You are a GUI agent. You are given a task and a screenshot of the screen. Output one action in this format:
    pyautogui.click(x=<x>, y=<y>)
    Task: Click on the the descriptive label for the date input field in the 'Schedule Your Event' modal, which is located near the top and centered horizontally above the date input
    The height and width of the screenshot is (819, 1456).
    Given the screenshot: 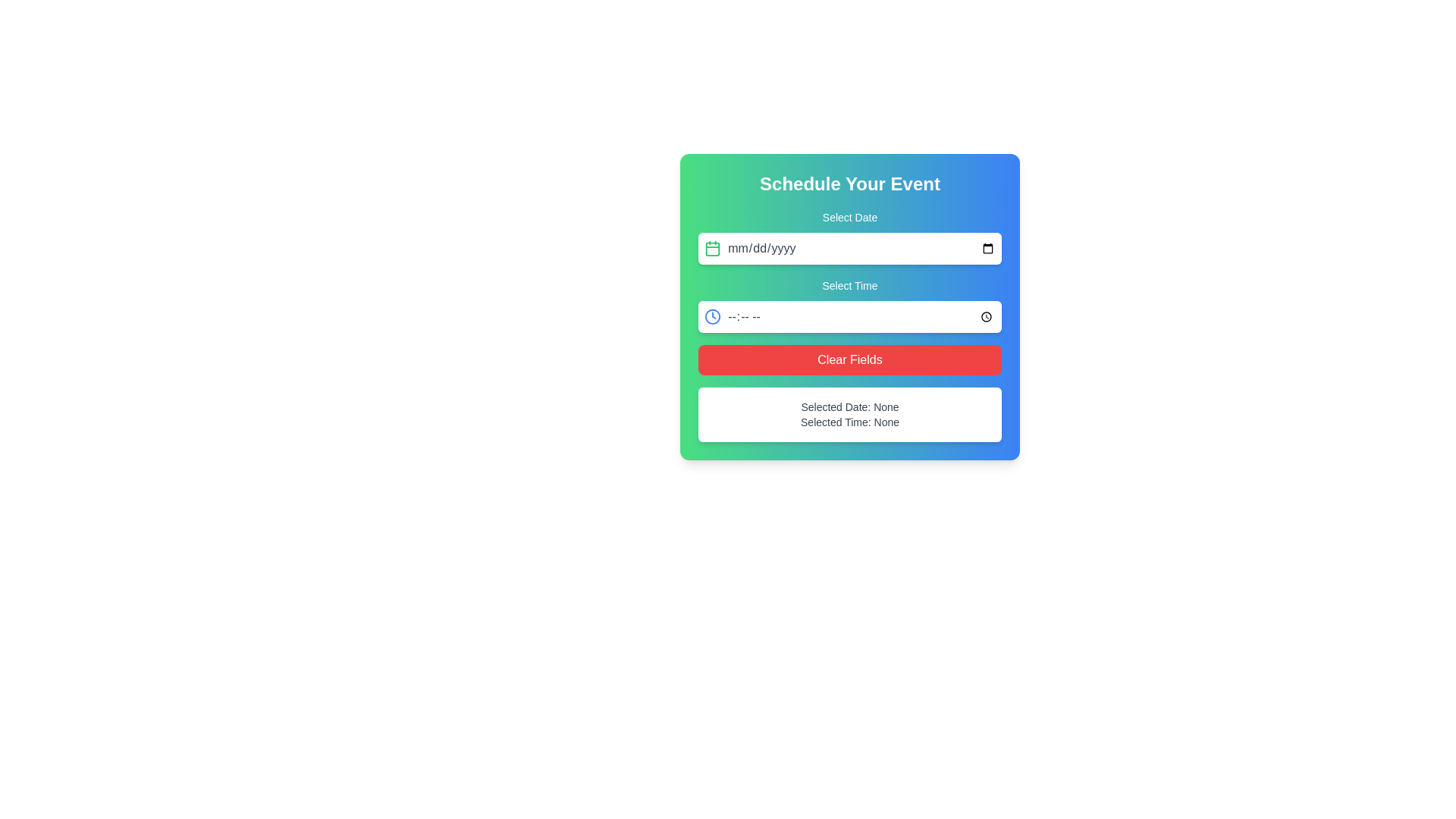 What is the action you would take?
    pyautogui.click(x=850, y=217)
    